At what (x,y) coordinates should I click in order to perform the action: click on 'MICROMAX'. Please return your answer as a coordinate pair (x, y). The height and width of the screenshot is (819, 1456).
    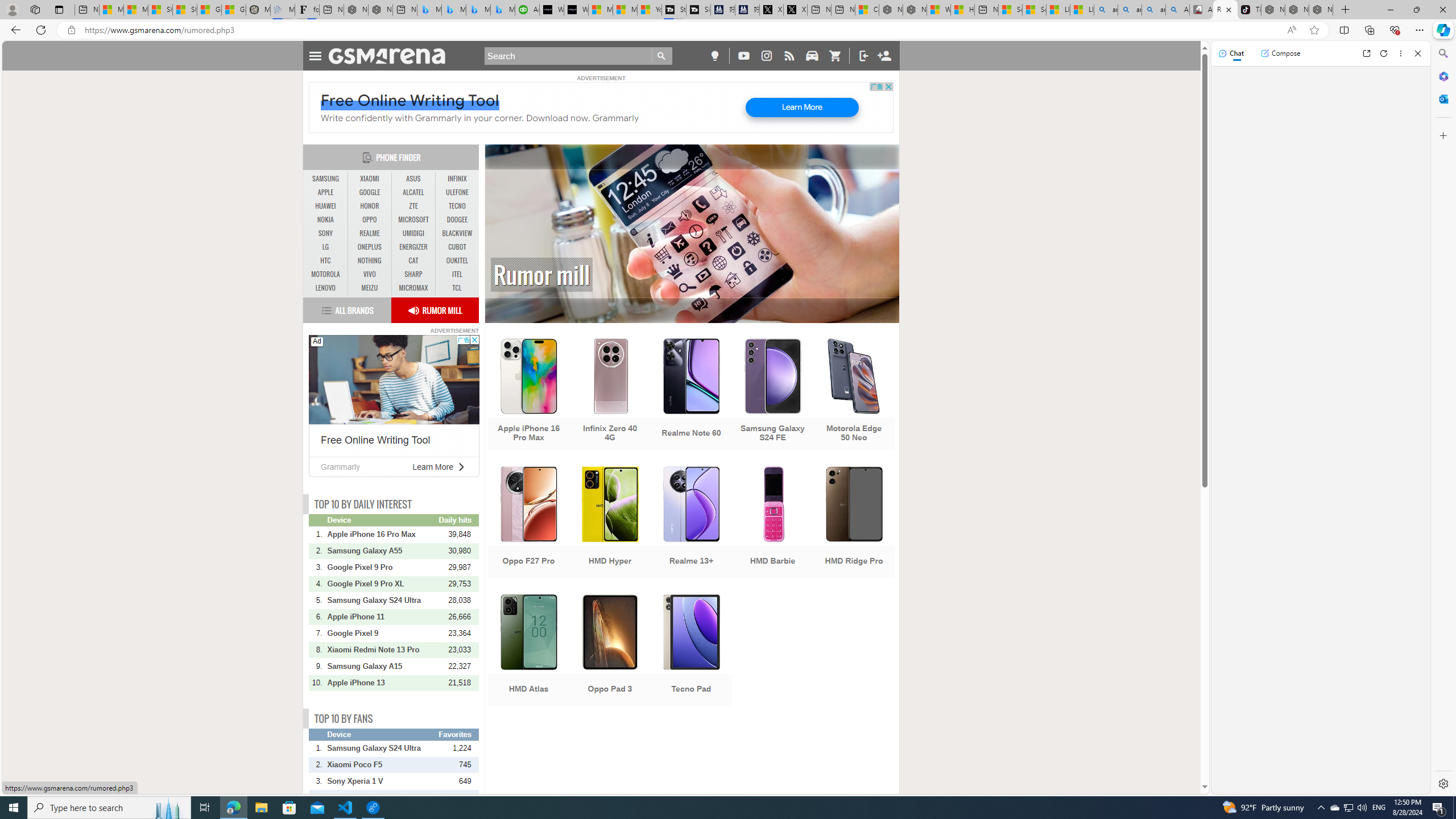
    Looking at the image, I should click on (413, 287).